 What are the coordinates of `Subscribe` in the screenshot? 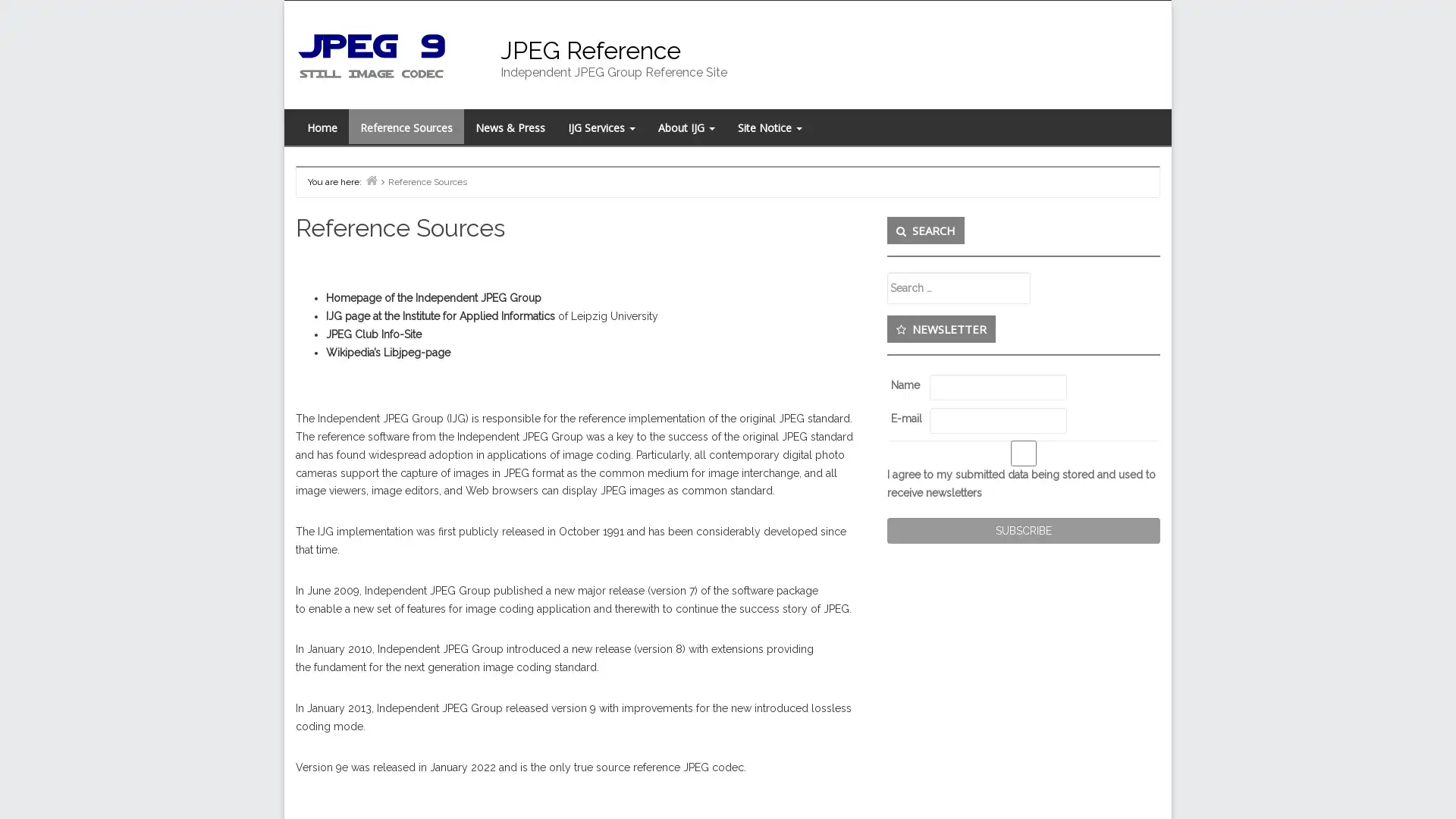 It's located at (1023, 529).